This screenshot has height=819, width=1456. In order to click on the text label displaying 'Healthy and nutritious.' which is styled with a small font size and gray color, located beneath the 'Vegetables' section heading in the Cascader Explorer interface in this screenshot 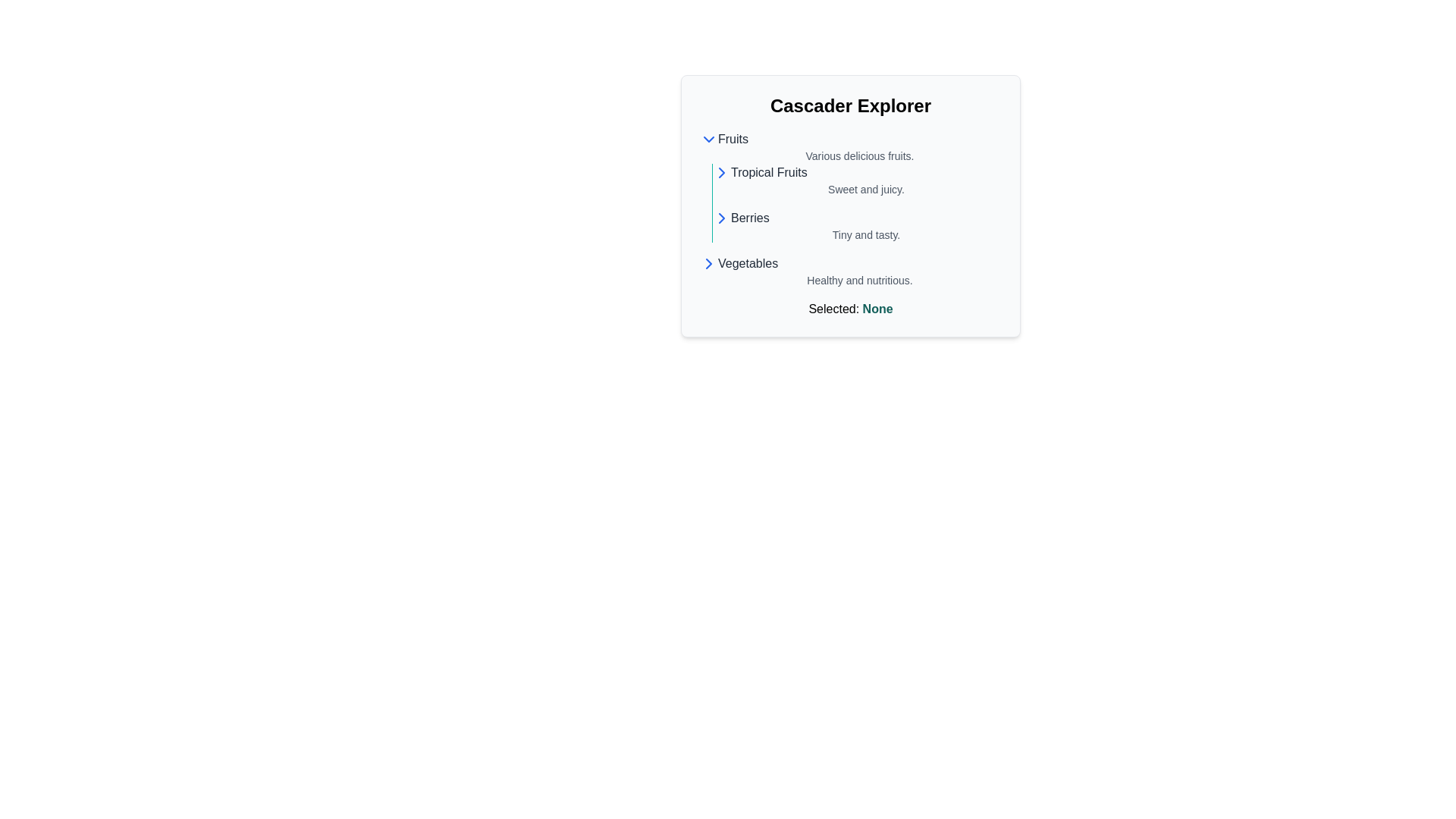, I will do `click(859, 281)`.